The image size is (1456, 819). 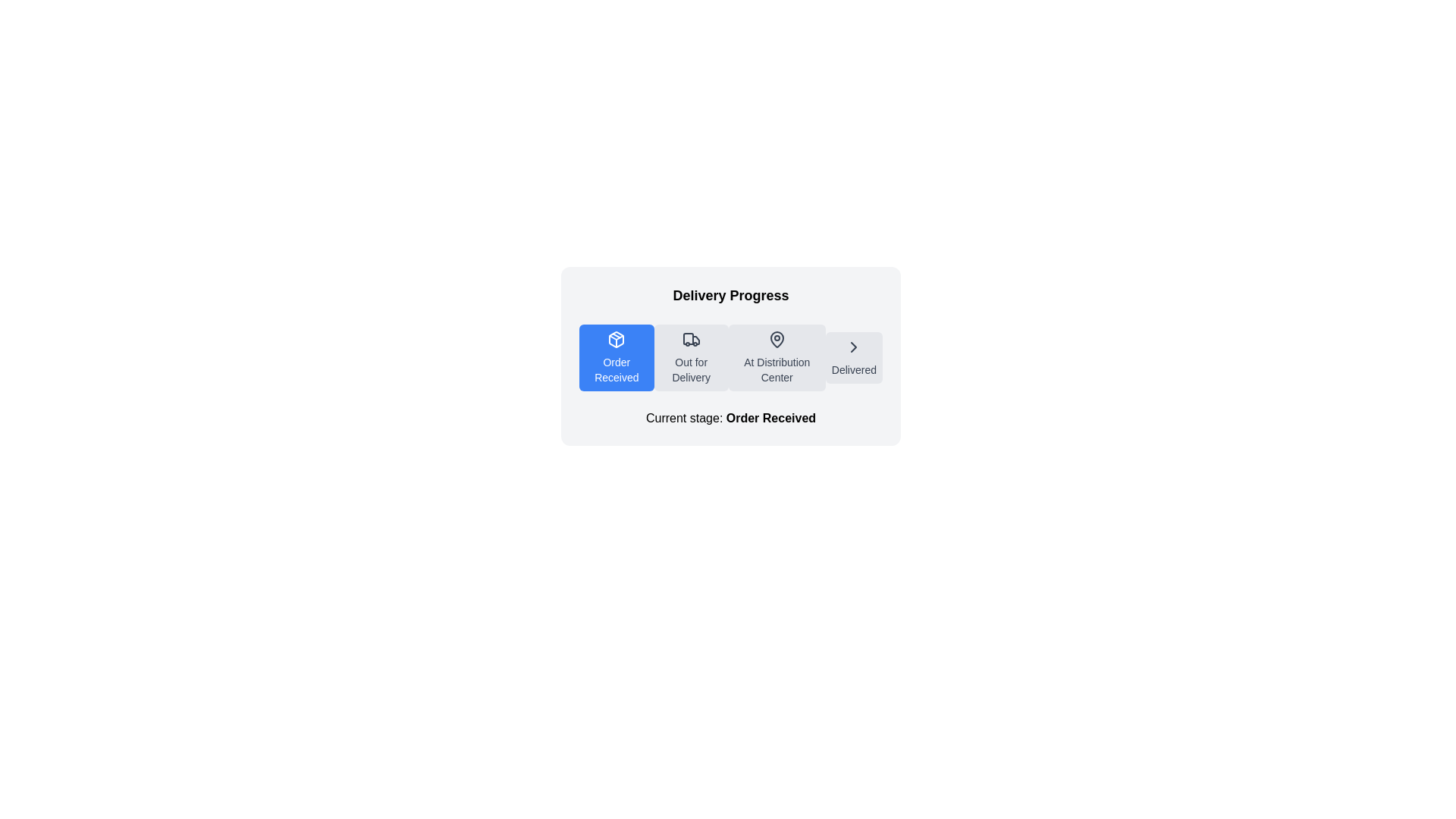 What do you see at coordinates (731, 357) in the screenshot?
I see `the 'Order Received' stage of the Progress Indicator with Interactive Stages` at bounding box center [731, 357].